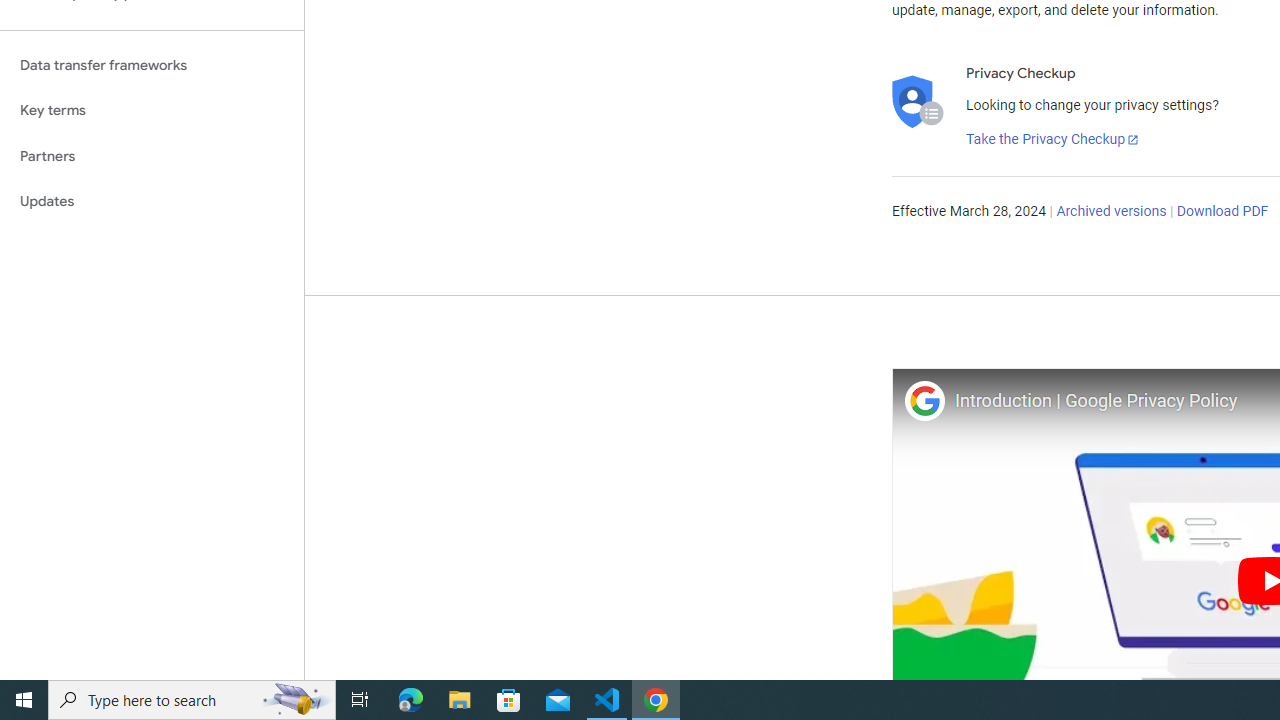 The height and width of the screenshot is (720, 1280). I want to click on 'Partners', so click(151, 155).